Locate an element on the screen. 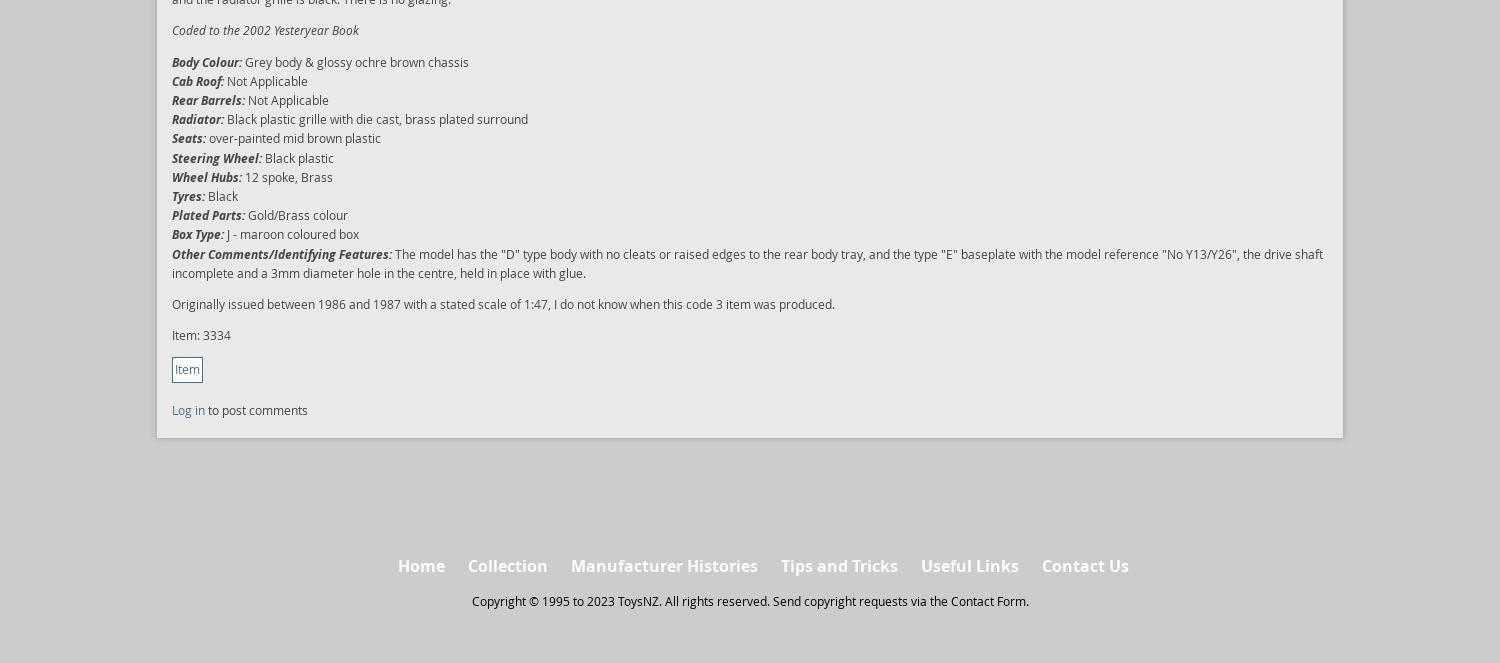 The image size is (1500, 663). 'Black' is located at coordinates (220, 193).